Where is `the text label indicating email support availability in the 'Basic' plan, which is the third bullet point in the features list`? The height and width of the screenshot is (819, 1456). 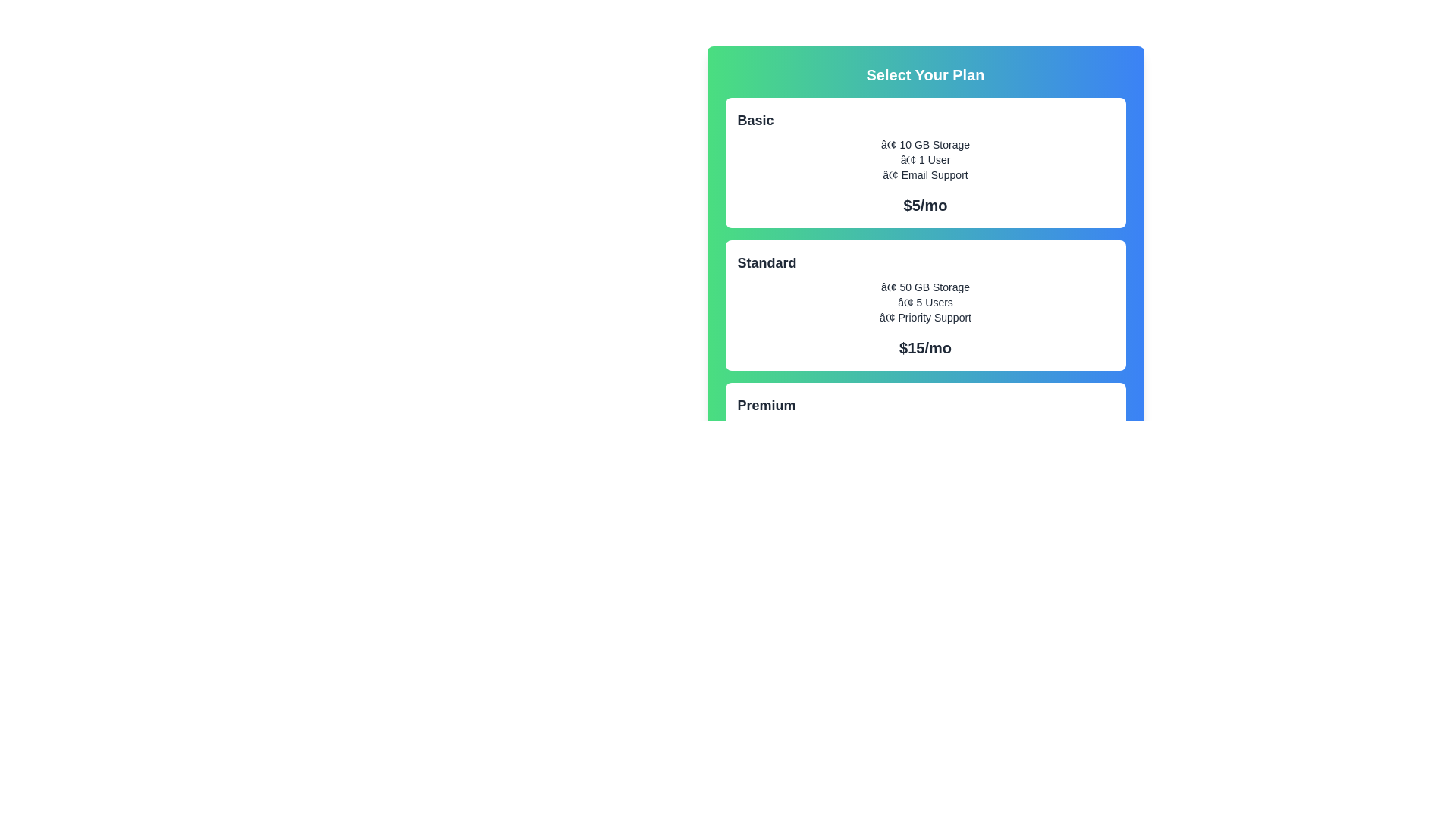
the text label indicating email support availability in the 'Basic' plan, which is the third bullet point in the features list is located at coordinates (924, 174).